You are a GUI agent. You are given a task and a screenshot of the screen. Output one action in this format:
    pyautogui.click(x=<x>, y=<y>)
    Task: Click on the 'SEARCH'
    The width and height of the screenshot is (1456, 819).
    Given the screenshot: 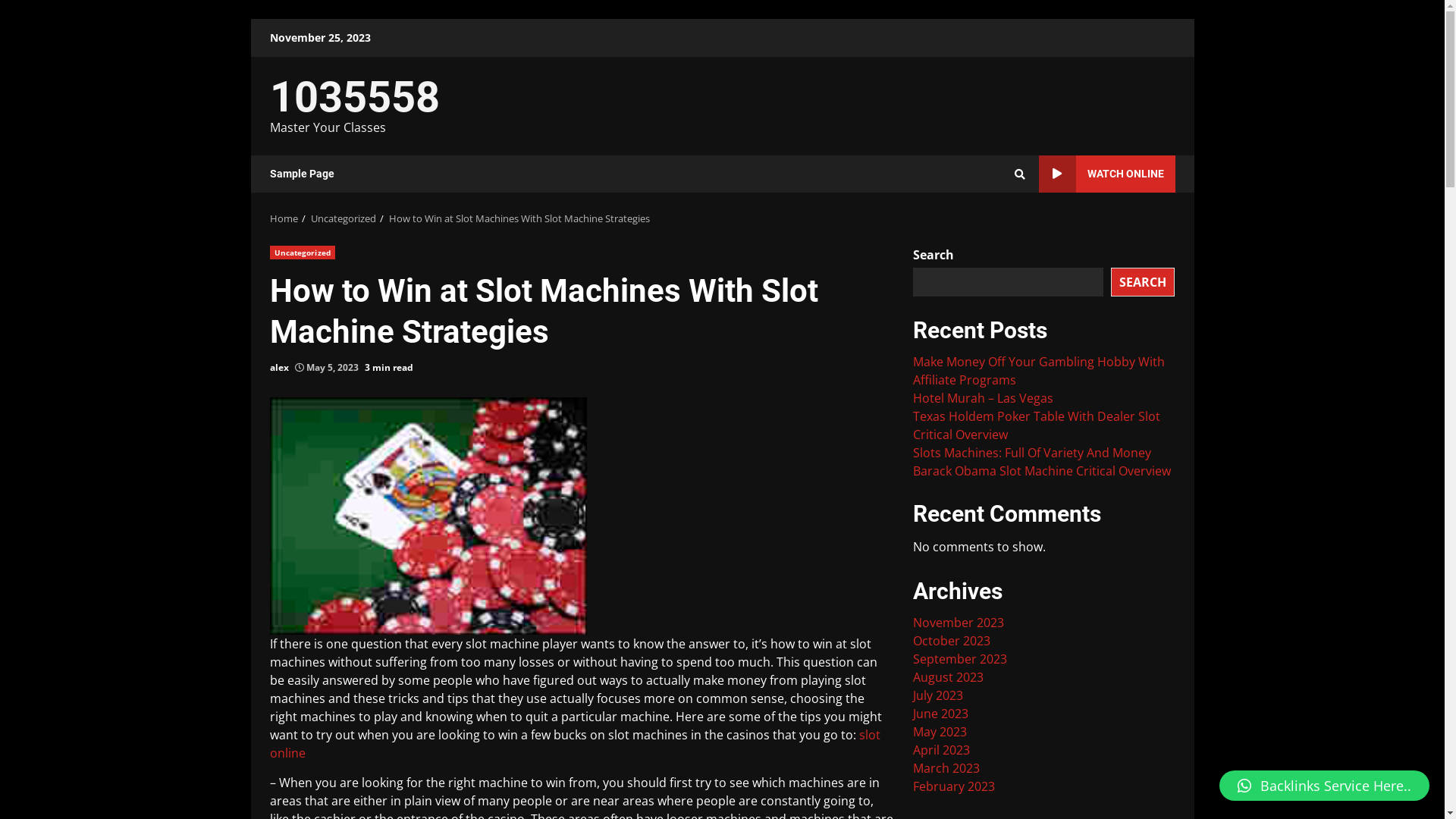 What is the action you would take?
    pyautogui.click(x=1143, y=281)
    